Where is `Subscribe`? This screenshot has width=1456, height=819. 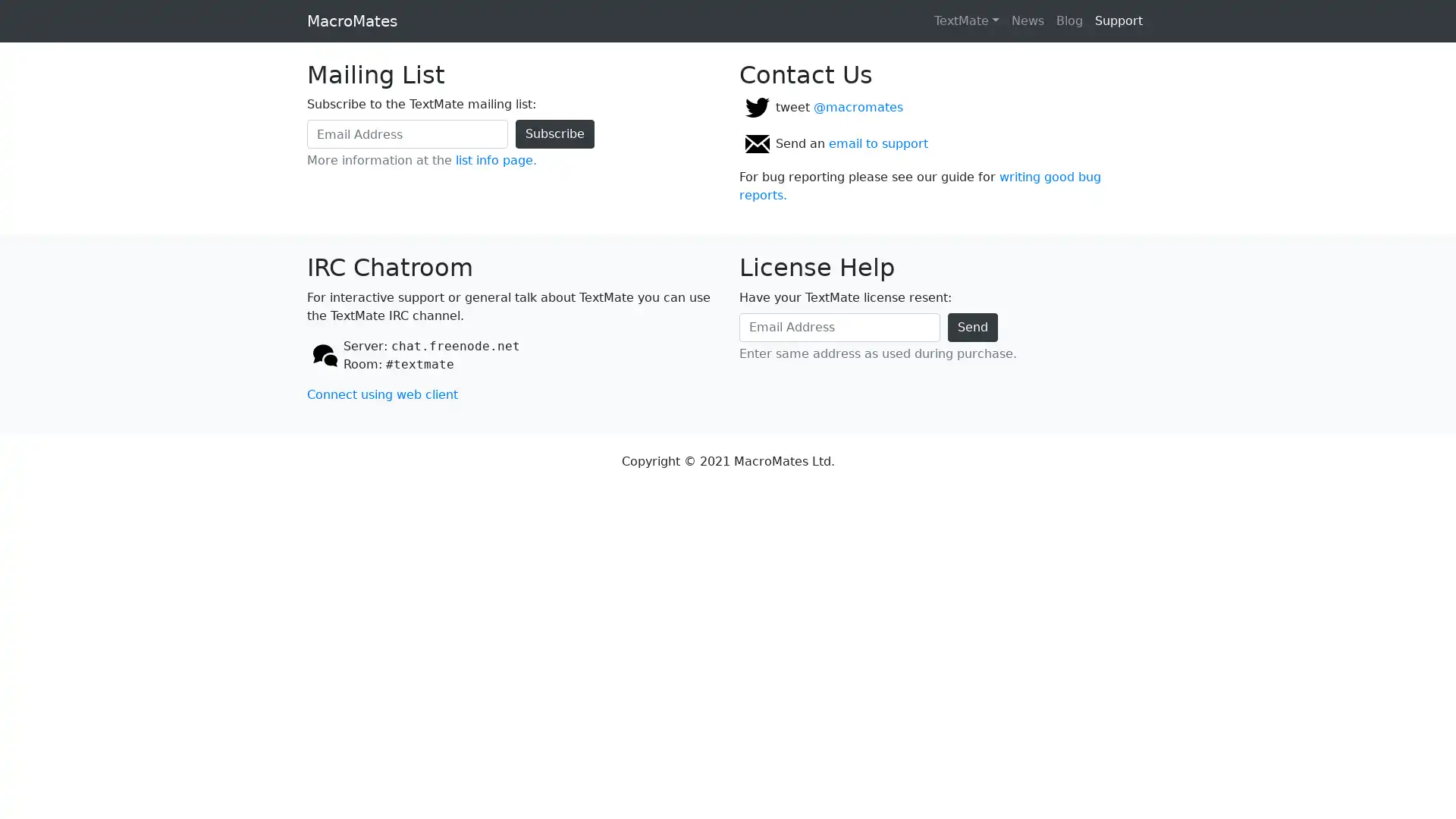
Subscribe is located at coordinates (554, 133).